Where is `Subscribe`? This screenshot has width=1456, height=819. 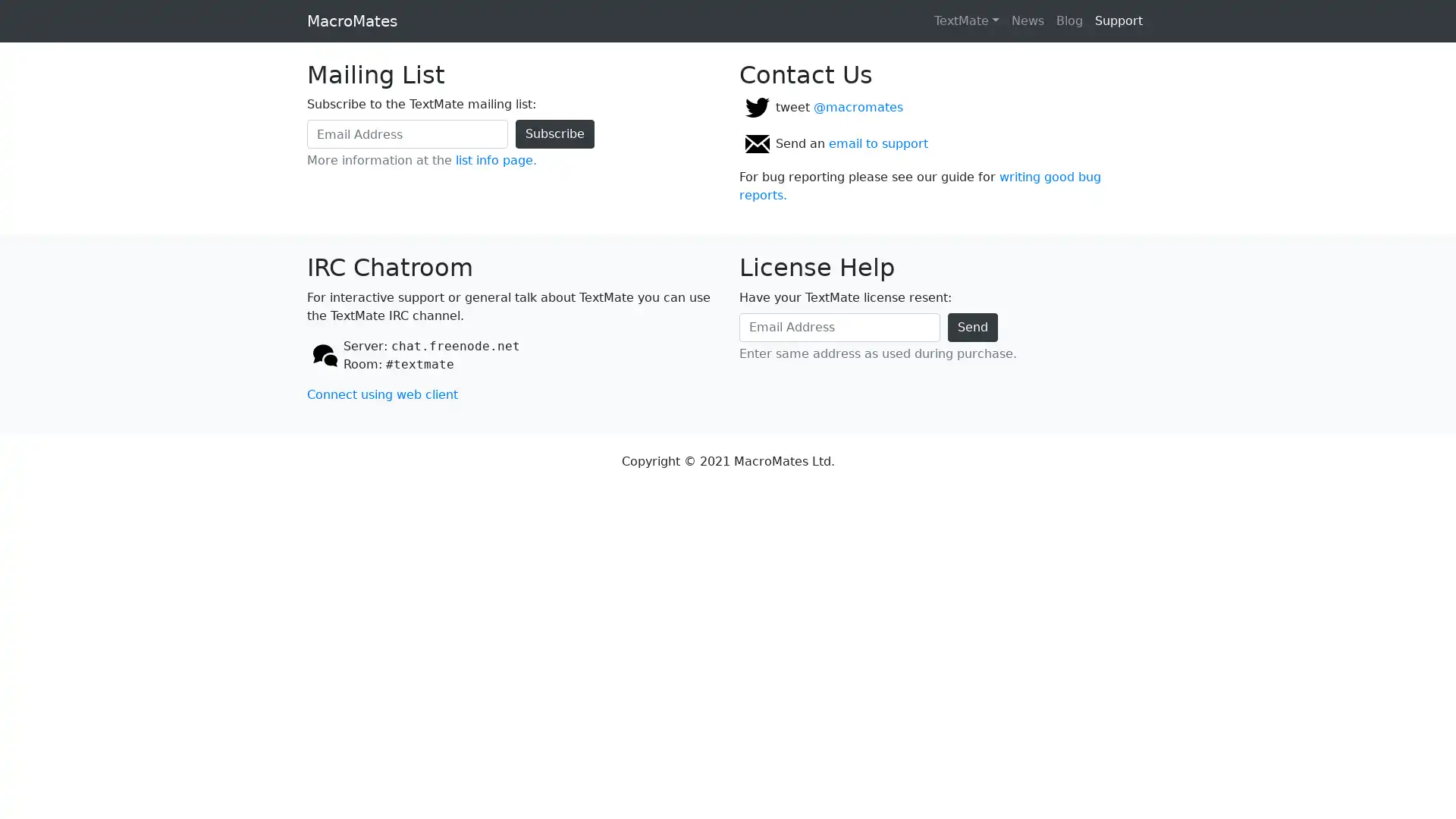
Subscribe is located at coordinates (554, 133).